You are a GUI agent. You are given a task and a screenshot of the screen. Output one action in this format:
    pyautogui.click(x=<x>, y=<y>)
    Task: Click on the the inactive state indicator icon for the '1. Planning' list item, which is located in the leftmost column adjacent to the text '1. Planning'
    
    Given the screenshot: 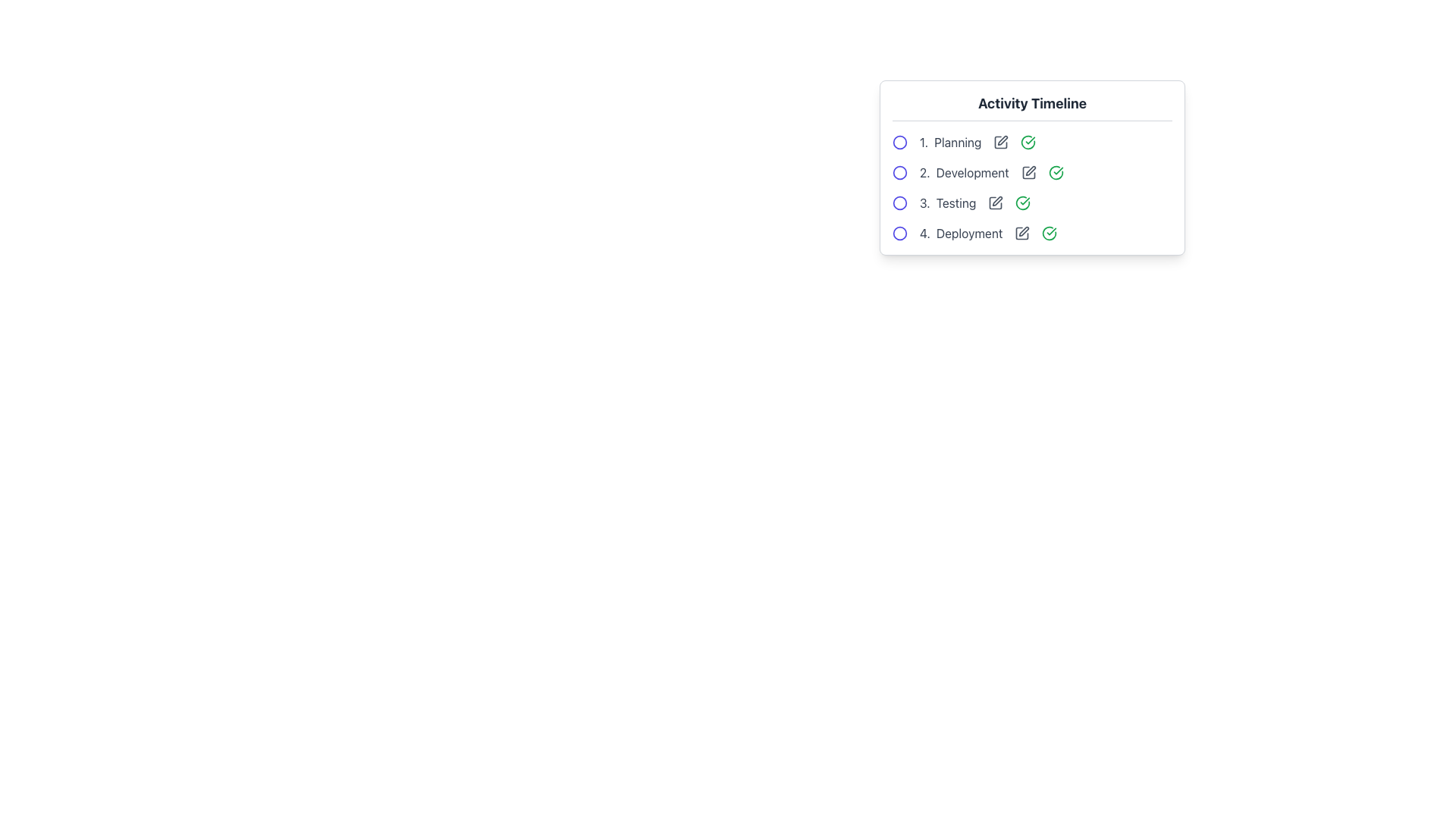 What is the action you would take?
    pyautogui.click(x=899, y=143)
    